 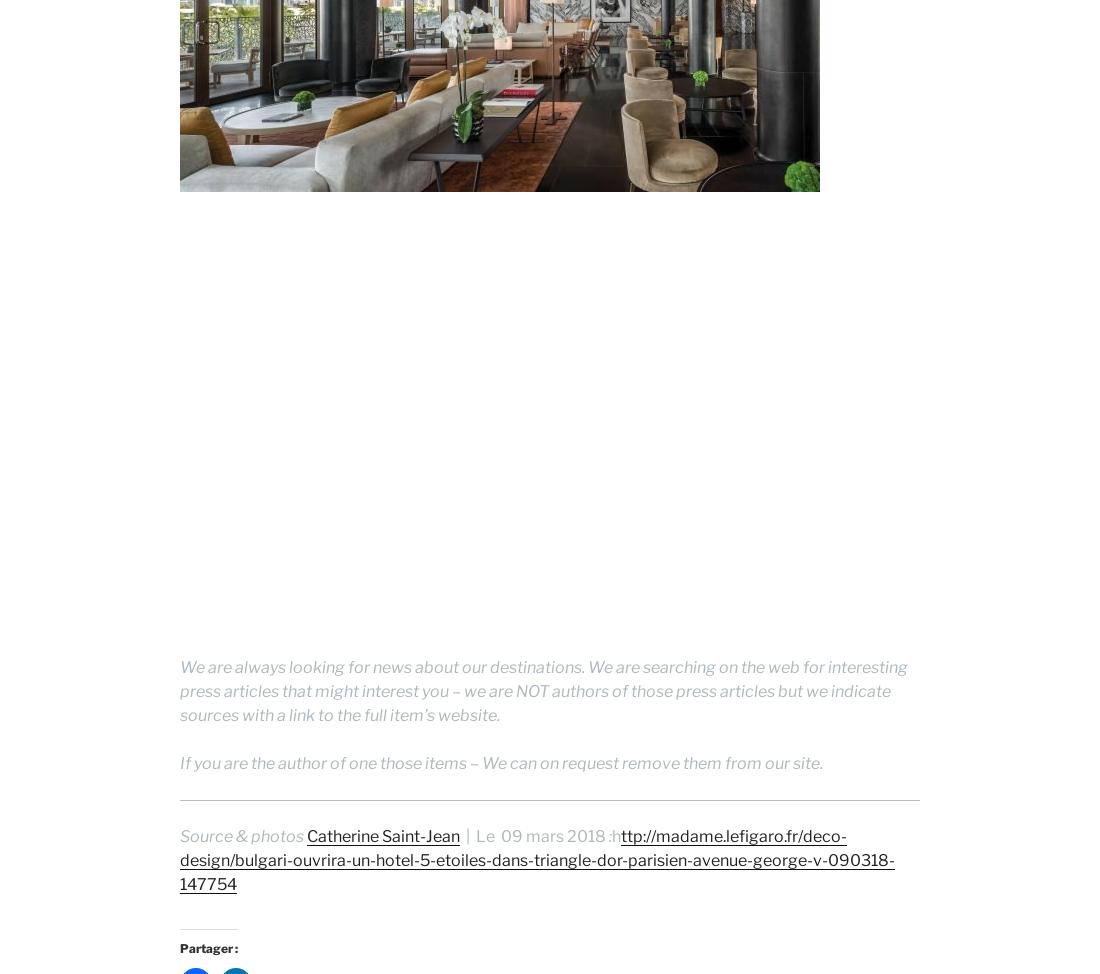 What do you see at coordinates (537, 859) in the screenshot?
I see `'ttp://madame.lefigaro.fr/deco-design/bulgari-ouvrira-un-hotel-5-etoiles-dans-triangle-dor-parisien-avenue-george-v-090318-147754'` at bounding box center [537, 859].